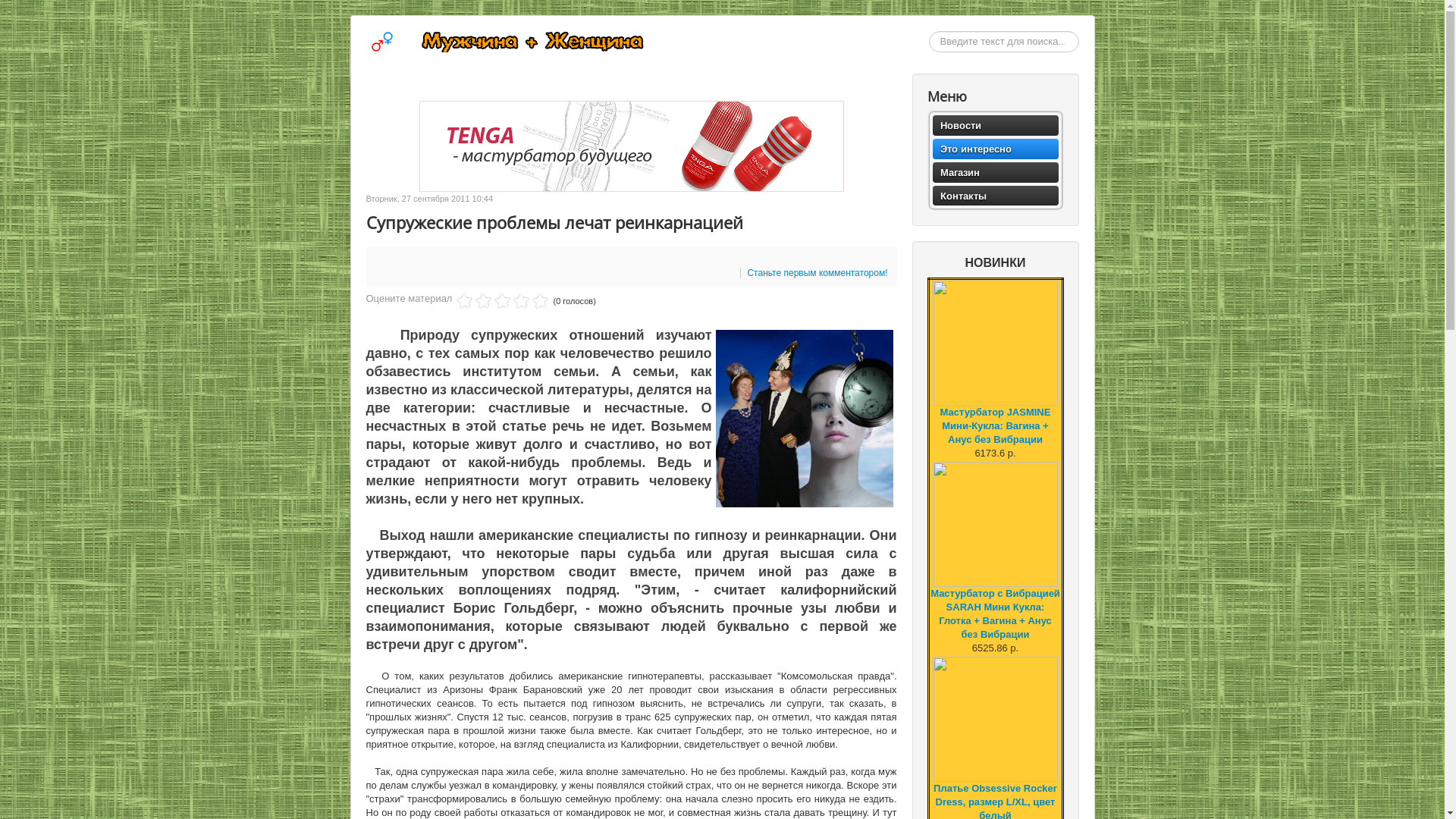 This screenshot has height=819, width=1456. What do you see at coordinates (482, 301) in the screenshot?
I see `'3'` at bounding box center [482, 301].